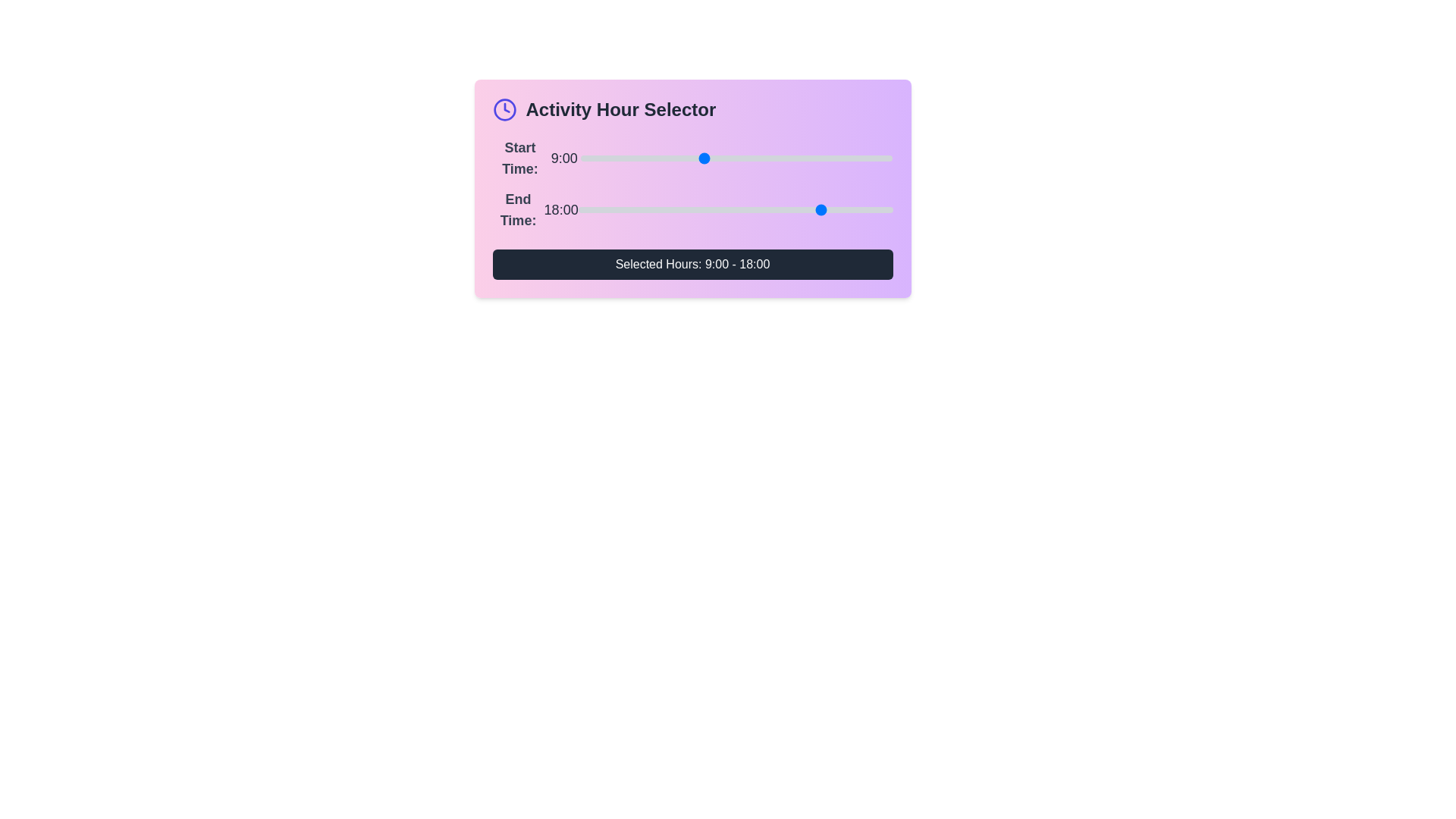 The height and width of the screenshot is (819, 1456). What do you see at coordinates (757, 158) in the screenshot?
I see `the start time slider to set the hour to 13` at bounding box center [757, 158].